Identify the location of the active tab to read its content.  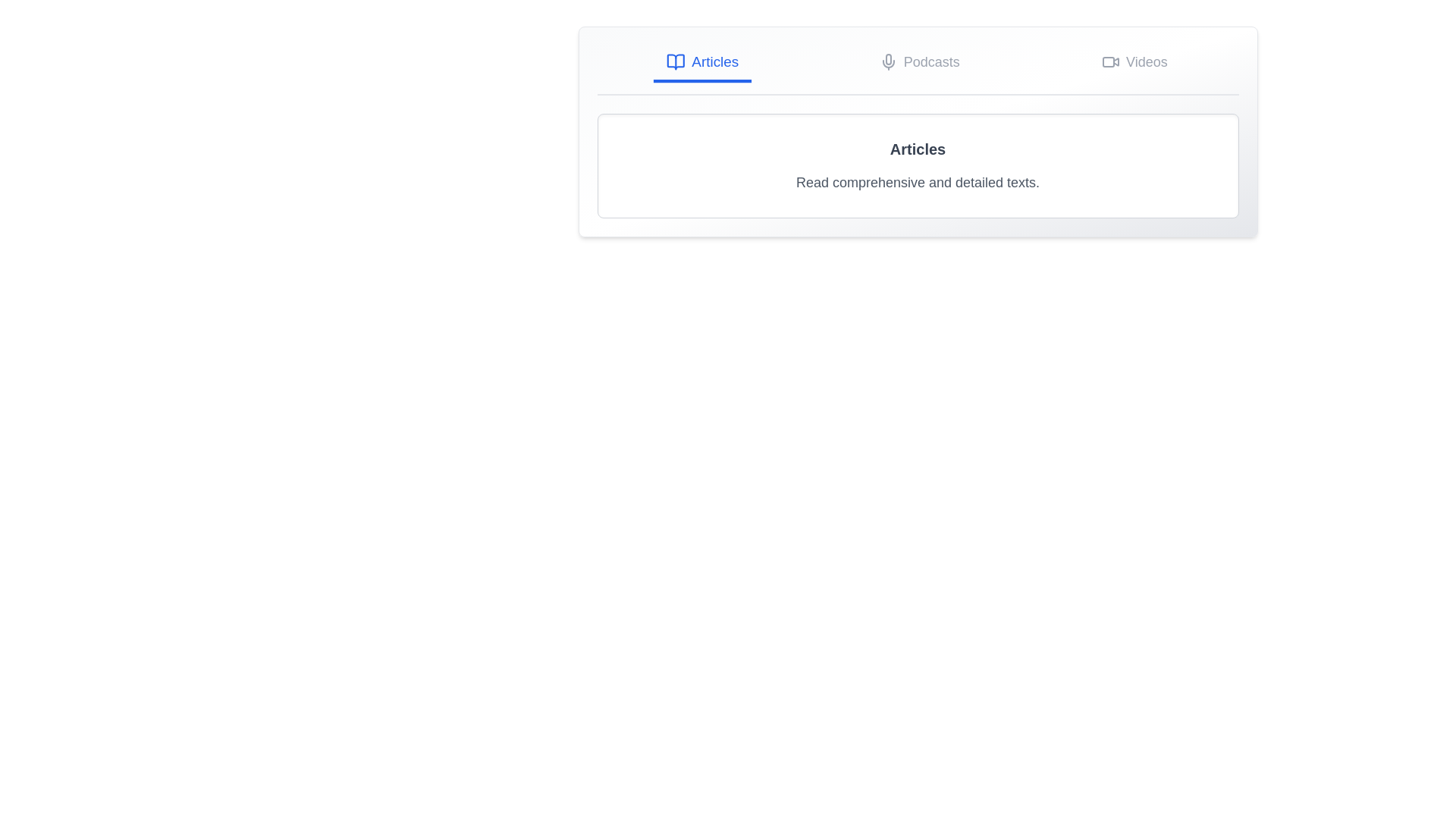
(701, 63).